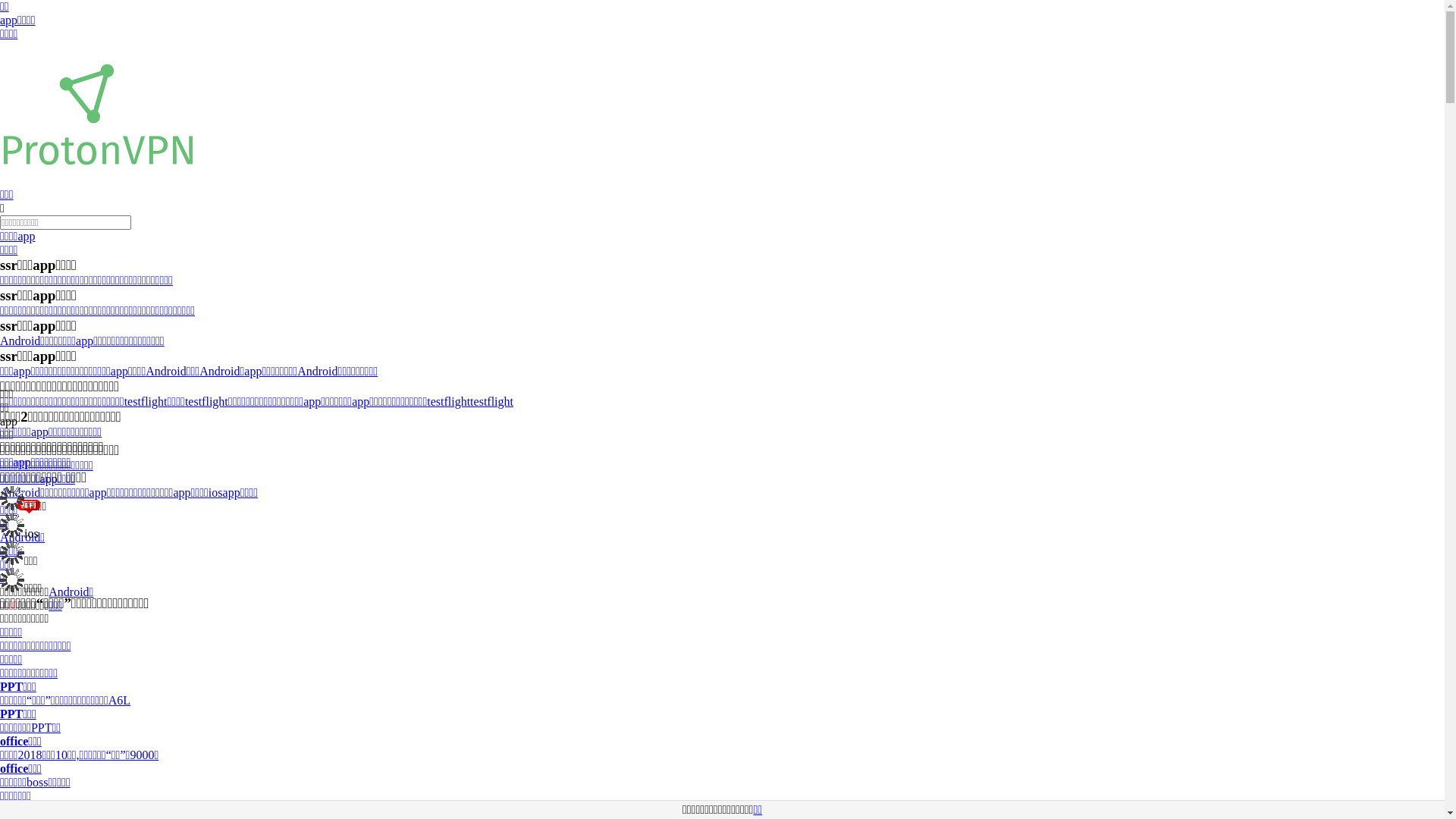  What do you see at coordinates (447, 400) in the screenshot?
I see `'testflight'` at bounding box center [447, 400].